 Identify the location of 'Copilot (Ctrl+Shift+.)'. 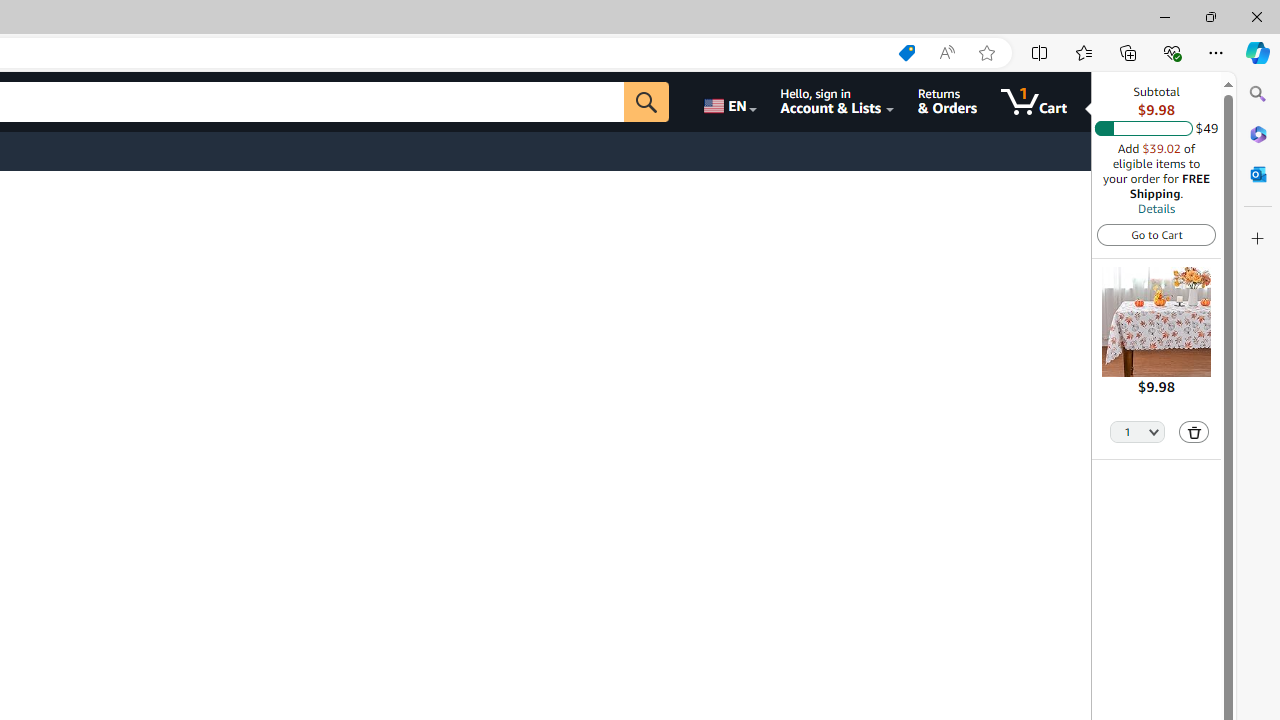
(1257, 51).